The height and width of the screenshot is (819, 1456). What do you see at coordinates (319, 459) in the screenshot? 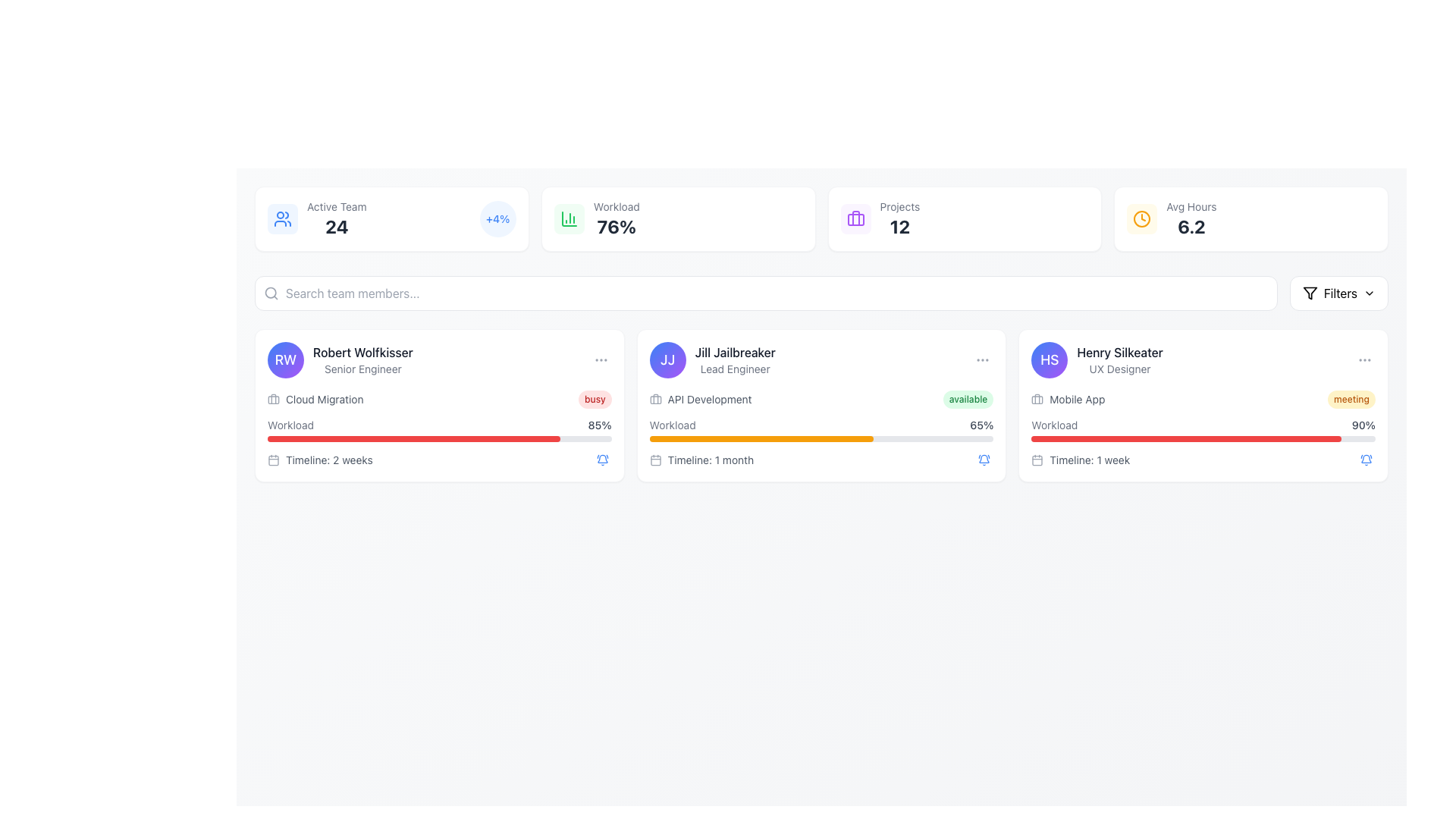
I see `the text label that reads 'Timeline: 2 weeks', which is styled in a small gray font and located next to a calendar icon in the bottom-left section of Robert Wolfkisser's card` at bounding box center [319, 459].